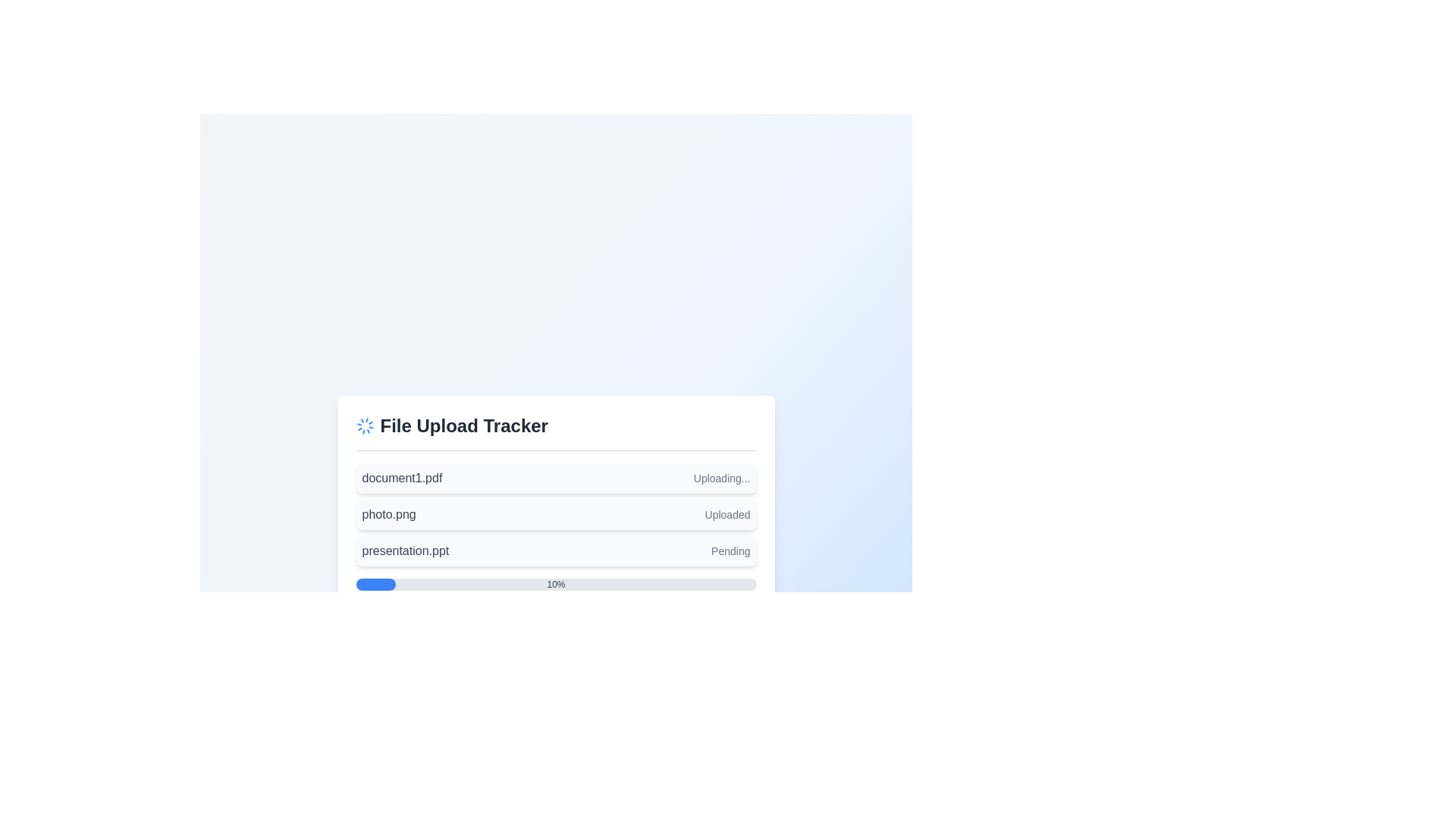 The image size is (1456, 819). Describe the element at coordinates (375, 583) in the screenshot. I see `the Progress bar component located beneath the file entries 'document1.pdf', 'photo.png', and 'presentation.ppt' in the 'File Upload Tracker' section` at that location.